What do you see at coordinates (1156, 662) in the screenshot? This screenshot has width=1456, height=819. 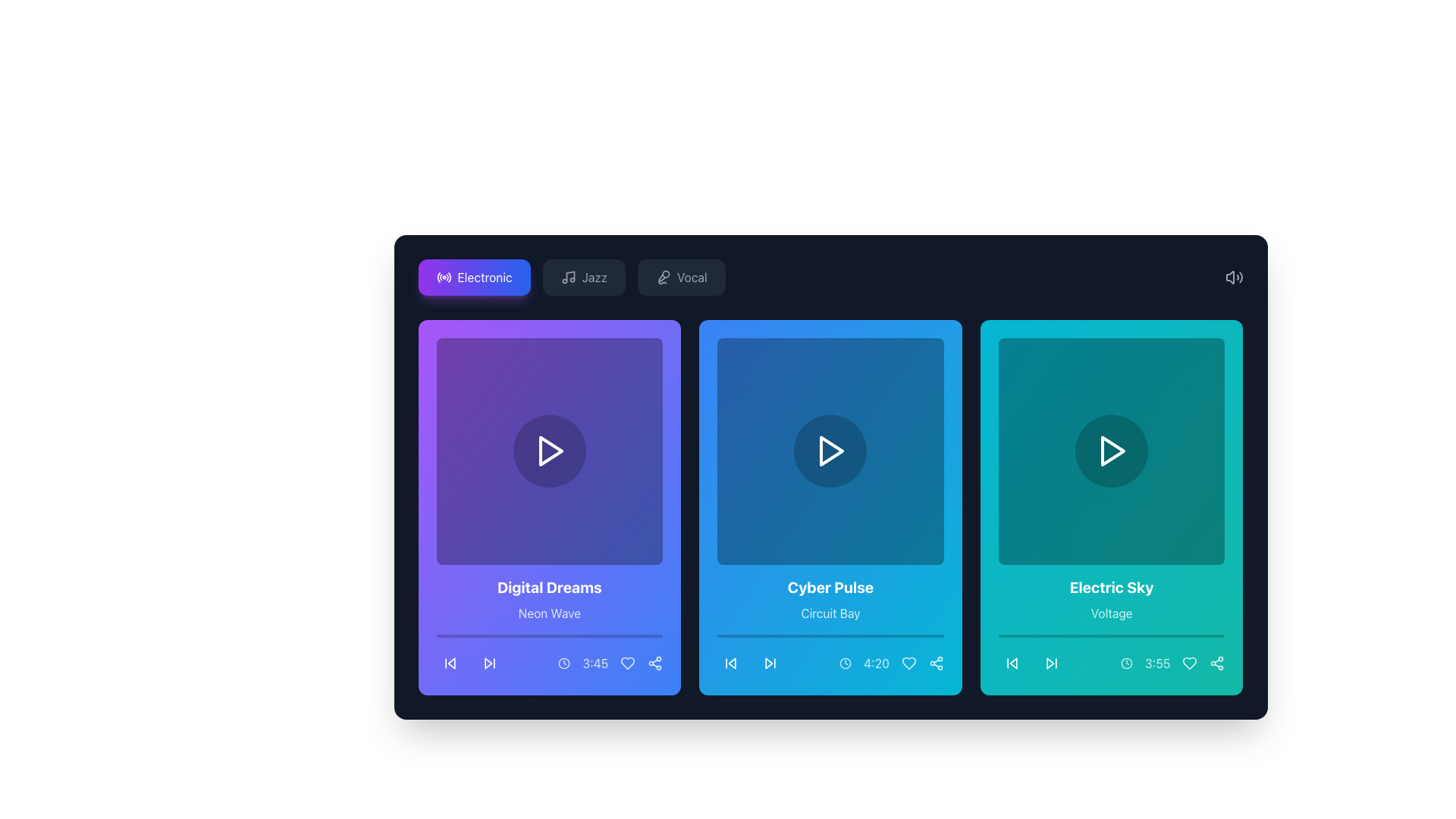 I see `the text label displaying '3:55' in white font located at the bottom right of the 'Electric Sky' card` at bounding box center [1156, 662].